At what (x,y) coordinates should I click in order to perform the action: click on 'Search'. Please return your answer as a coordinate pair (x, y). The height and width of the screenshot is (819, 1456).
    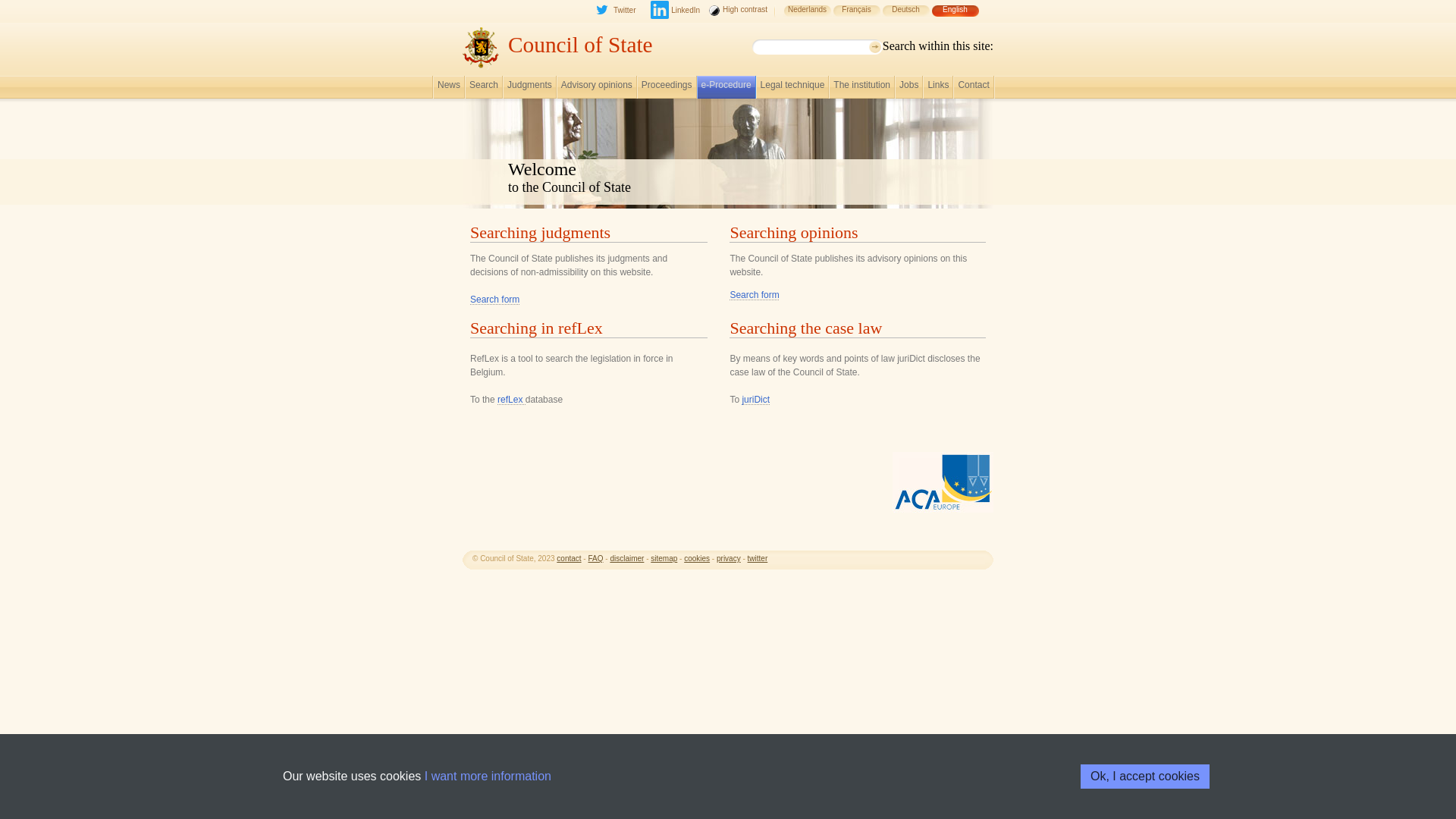
    Looking at the image, I should click on (483, 89).